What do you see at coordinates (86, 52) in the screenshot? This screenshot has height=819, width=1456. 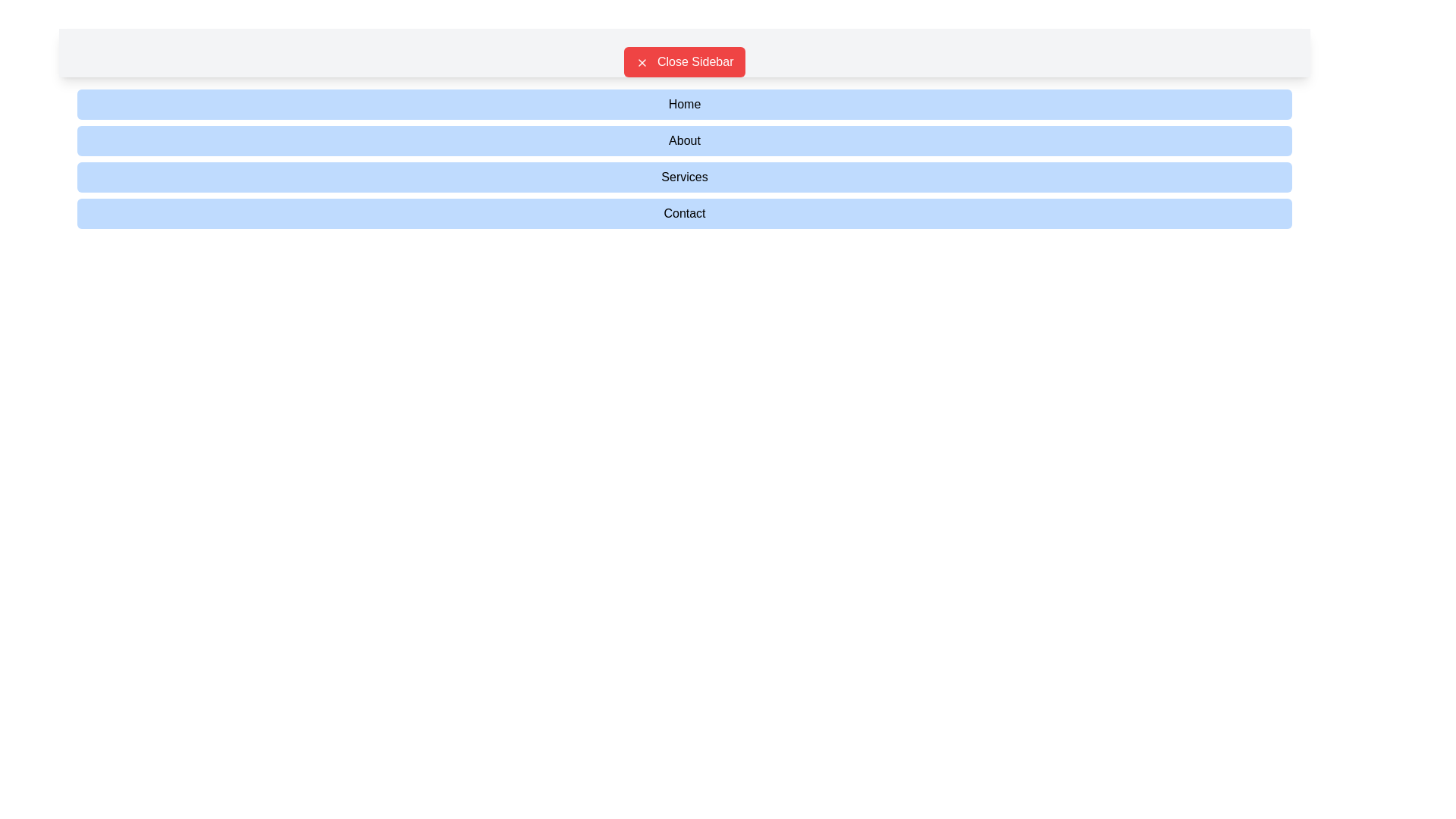 I see `the menu button located at the top-left corner of the interface` at bounding box center [86, 52].